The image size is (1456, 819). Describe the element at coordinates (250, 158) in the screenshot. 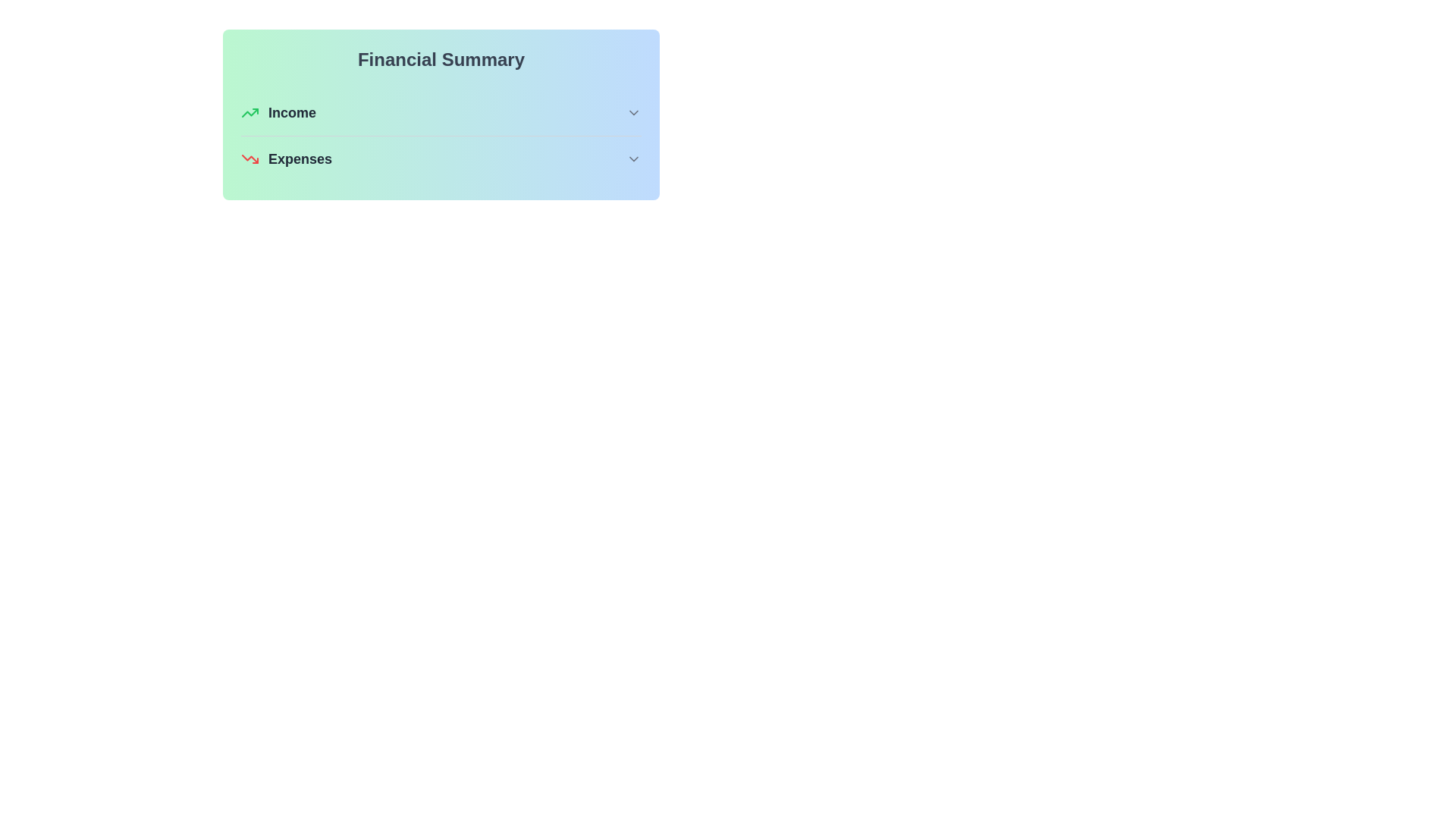

I see `the icon indicating a decrease or negative trend for 'Expenses', located to the left of the text 'Expenses' in the Financial Summary section` at that location.